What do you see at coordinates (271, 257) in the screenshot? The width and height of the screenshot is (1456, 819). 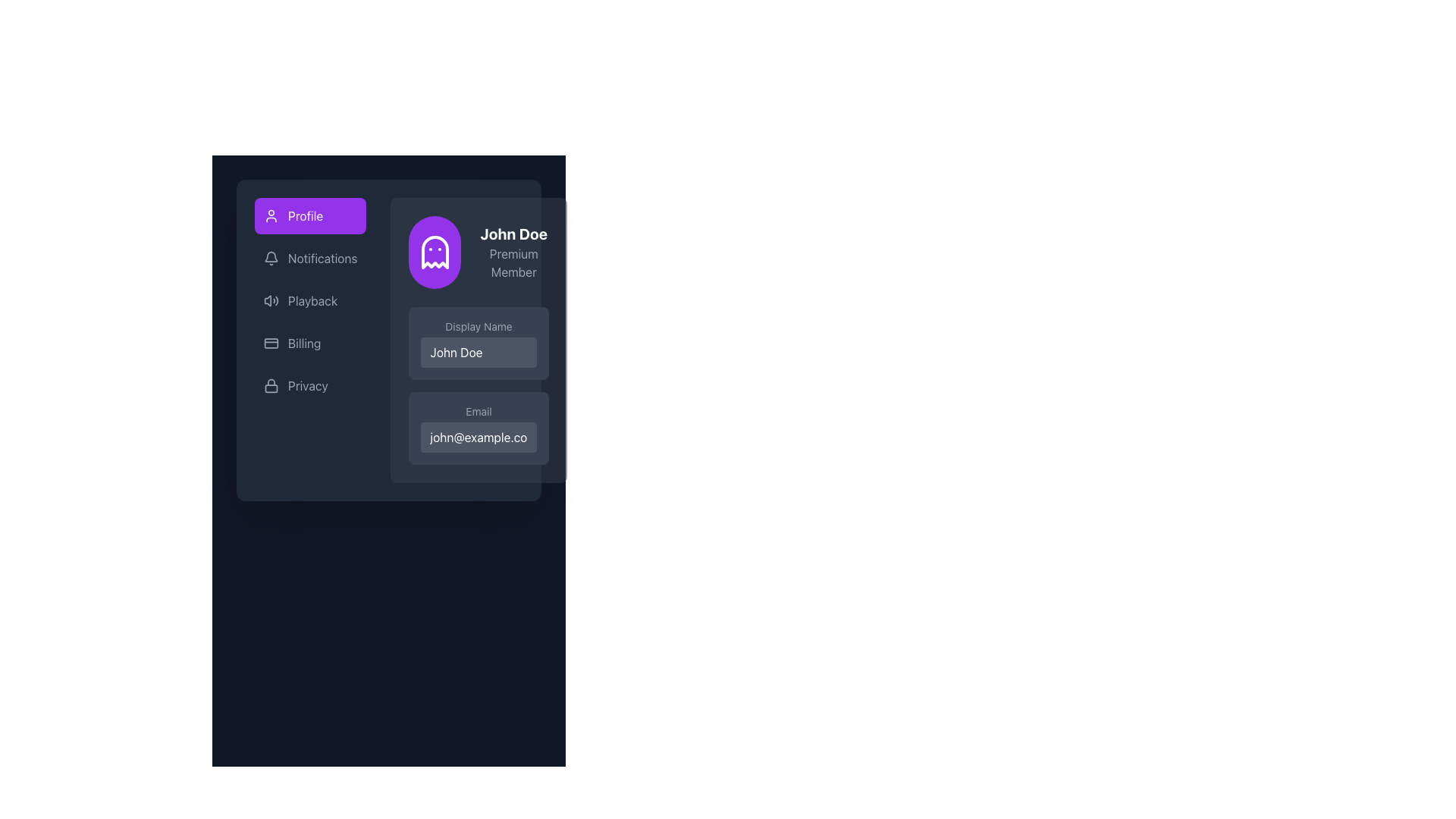 I see `the notifications icon located to the left of the 'Notifications' label in the menu` at bounding box center [271, 257].